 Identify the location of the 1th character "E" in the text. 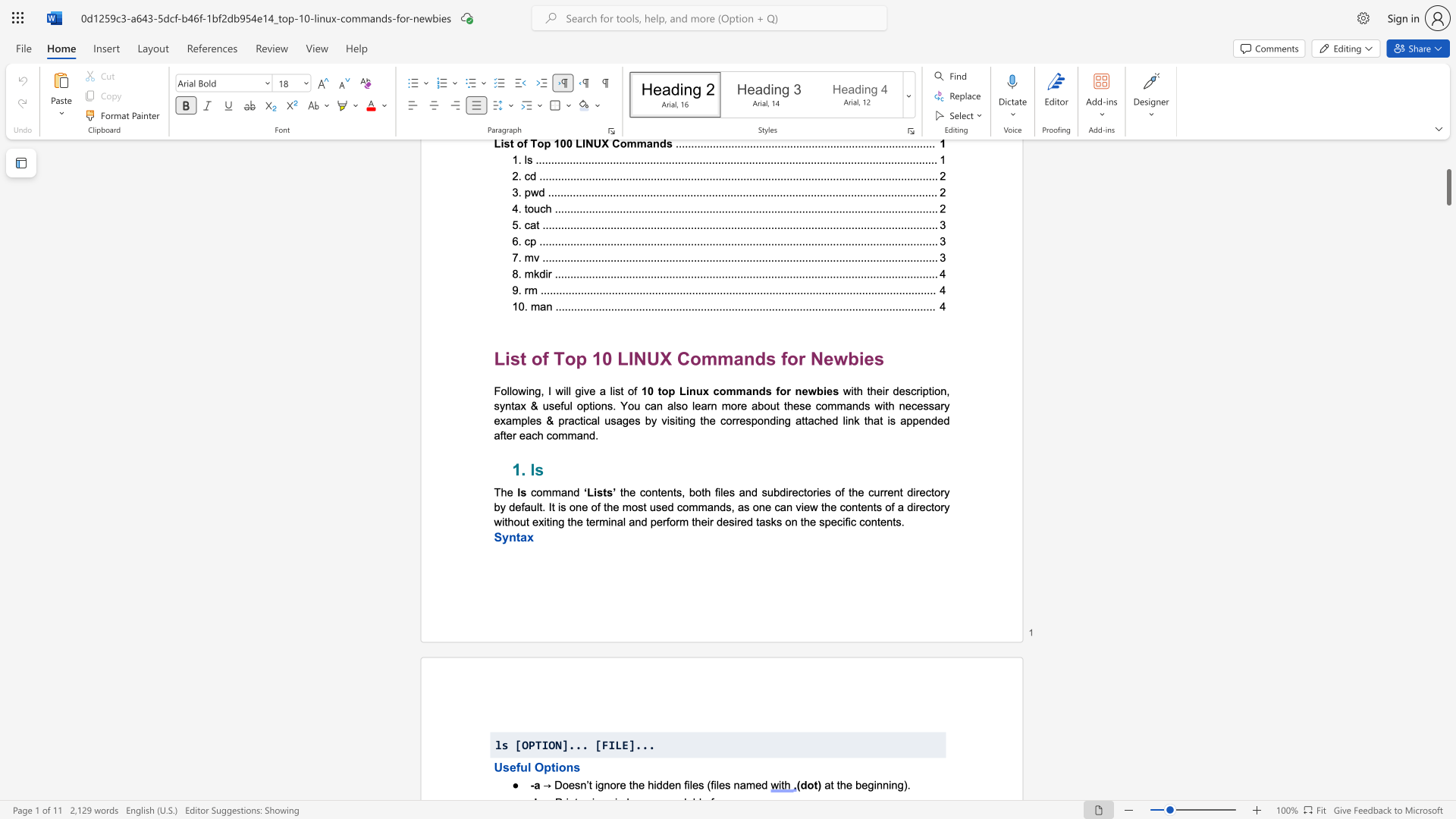
(625, 744).